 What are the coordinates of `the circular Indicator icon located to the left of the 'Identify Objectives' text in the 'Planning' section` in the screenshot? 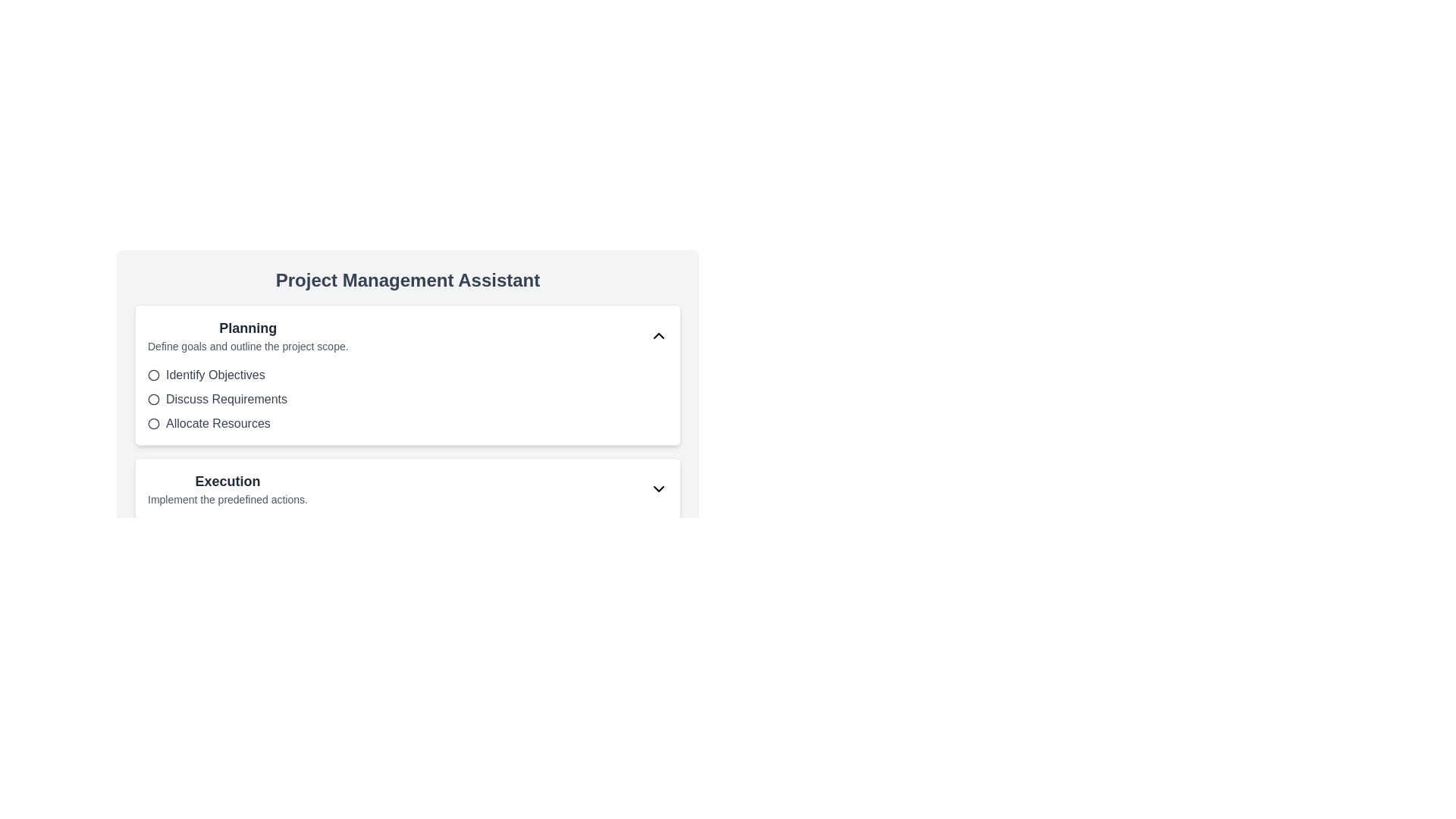 It's located at (153, 375).